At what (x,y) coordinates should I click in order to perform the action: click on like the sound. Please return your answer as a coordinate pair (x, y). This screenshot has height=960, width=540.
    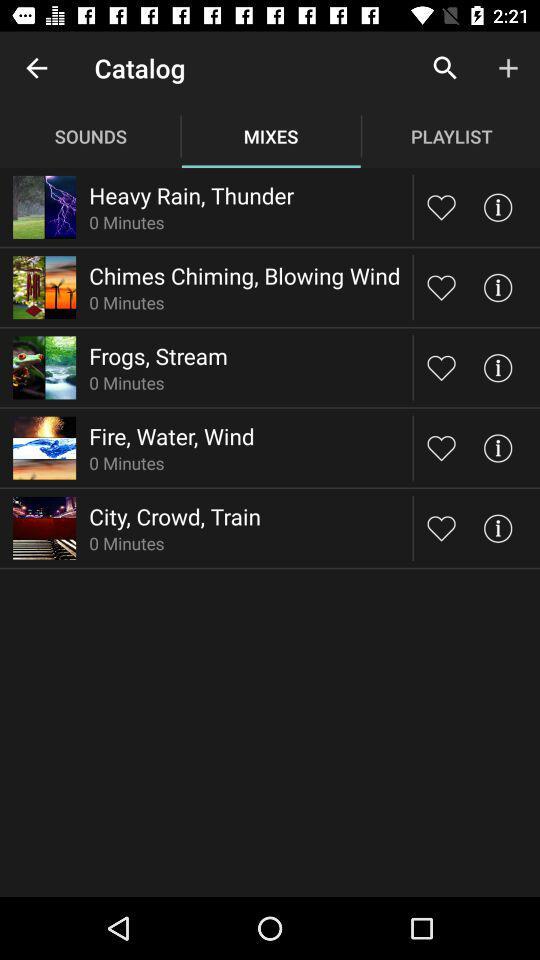
    Looking at the image, I should click on (441, 366).